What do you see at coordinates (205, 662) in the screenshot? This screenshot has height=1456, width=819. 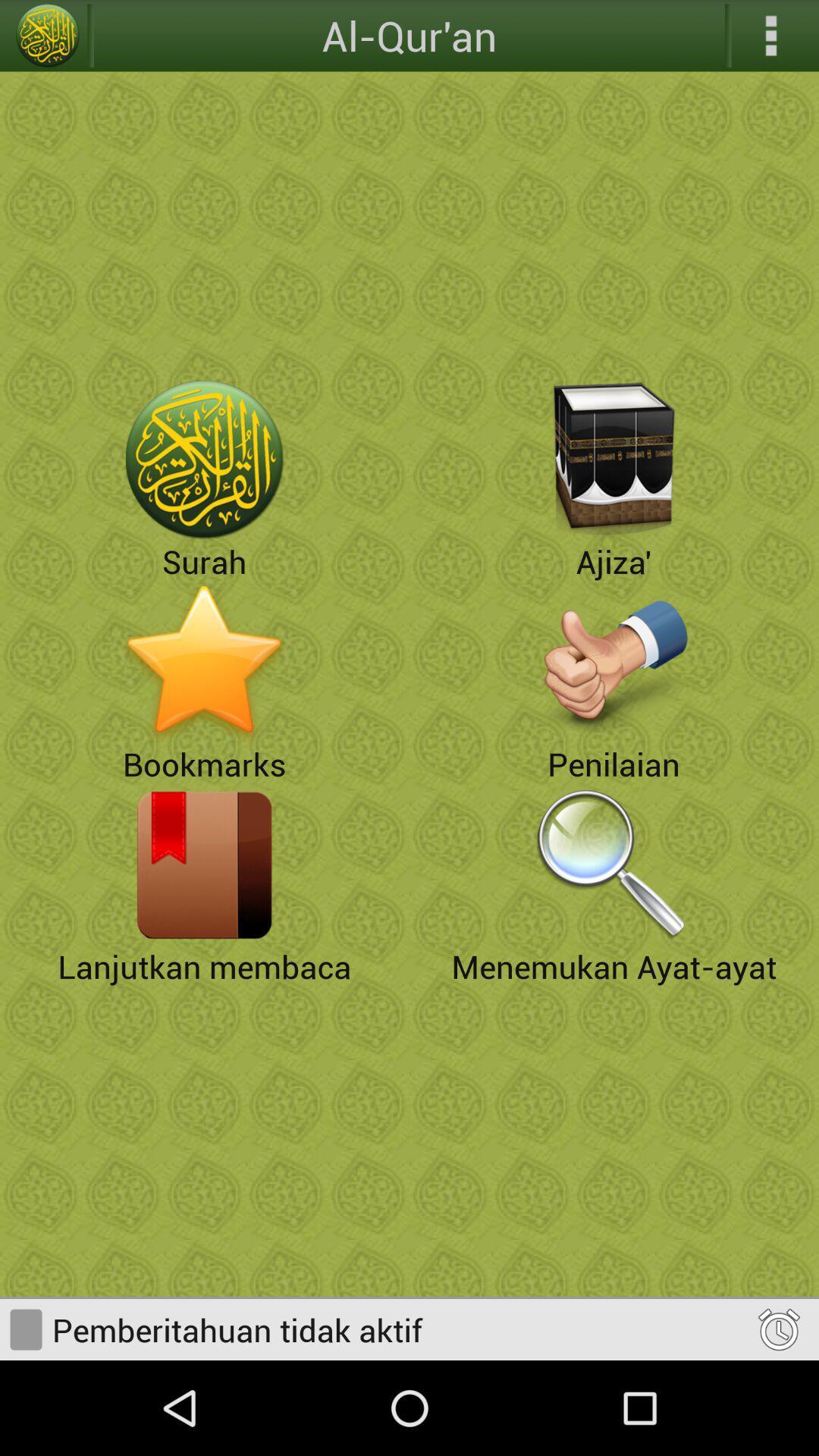 I see `bookmark the page` at bounding box center [205, 662].